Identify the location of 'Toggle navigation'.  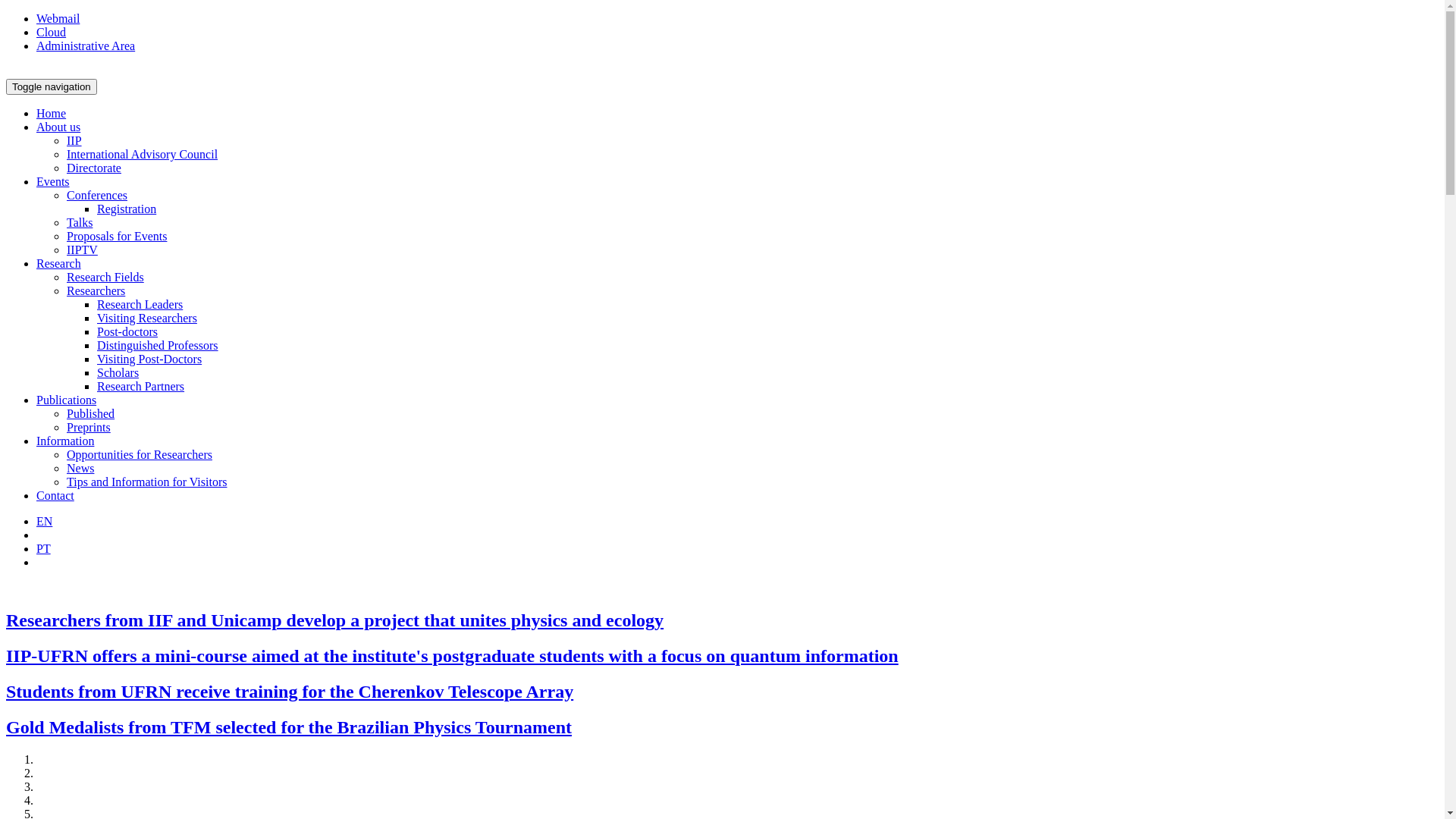
(51, 86).